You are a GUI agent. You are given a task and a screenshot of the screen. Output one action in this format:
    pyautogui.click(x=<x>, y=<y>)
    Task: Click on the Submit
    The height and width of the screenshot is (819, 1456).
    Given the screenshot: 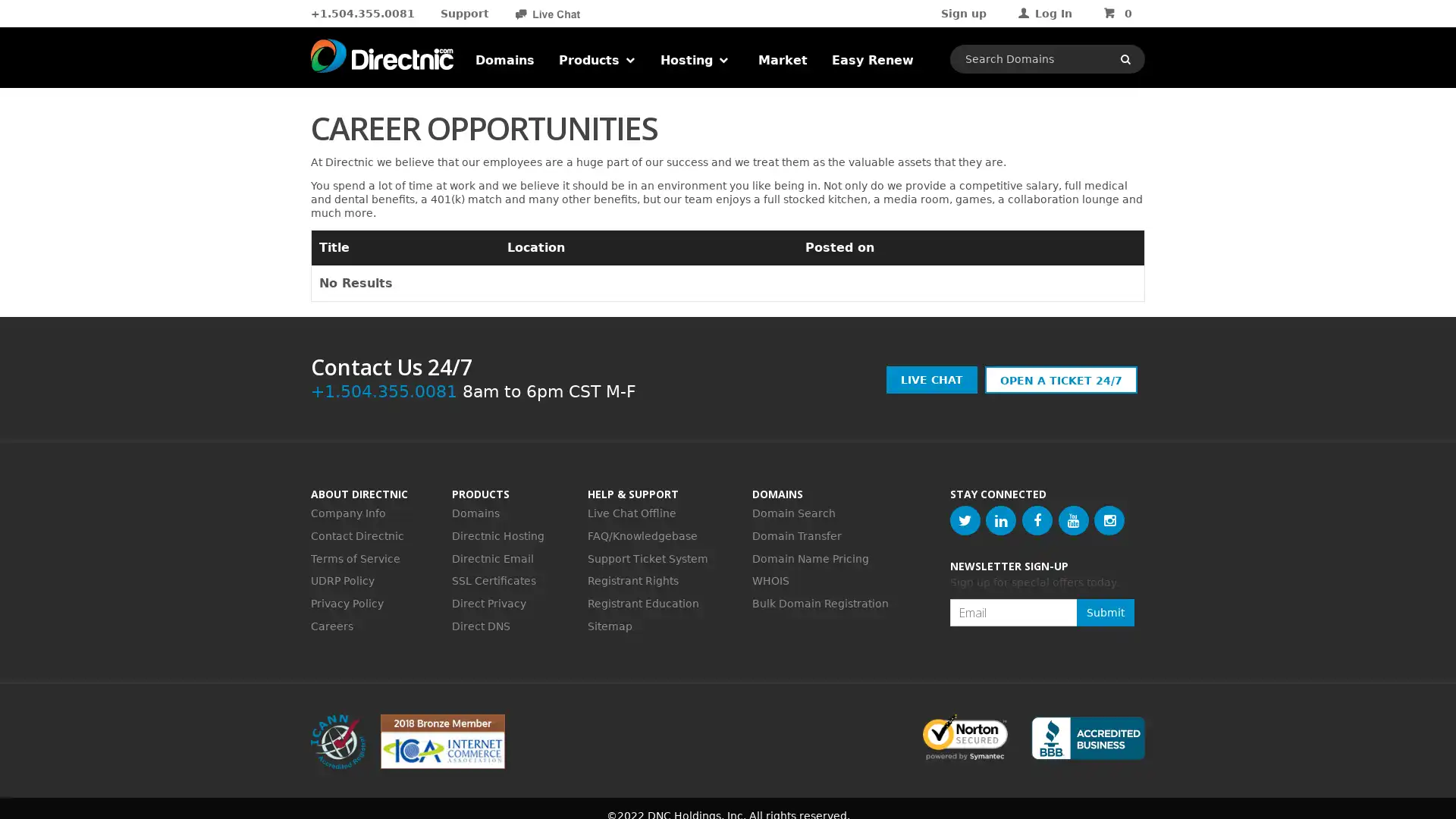 What is the action you would take?
    pyautogui.click(x=1105, y=610)
    